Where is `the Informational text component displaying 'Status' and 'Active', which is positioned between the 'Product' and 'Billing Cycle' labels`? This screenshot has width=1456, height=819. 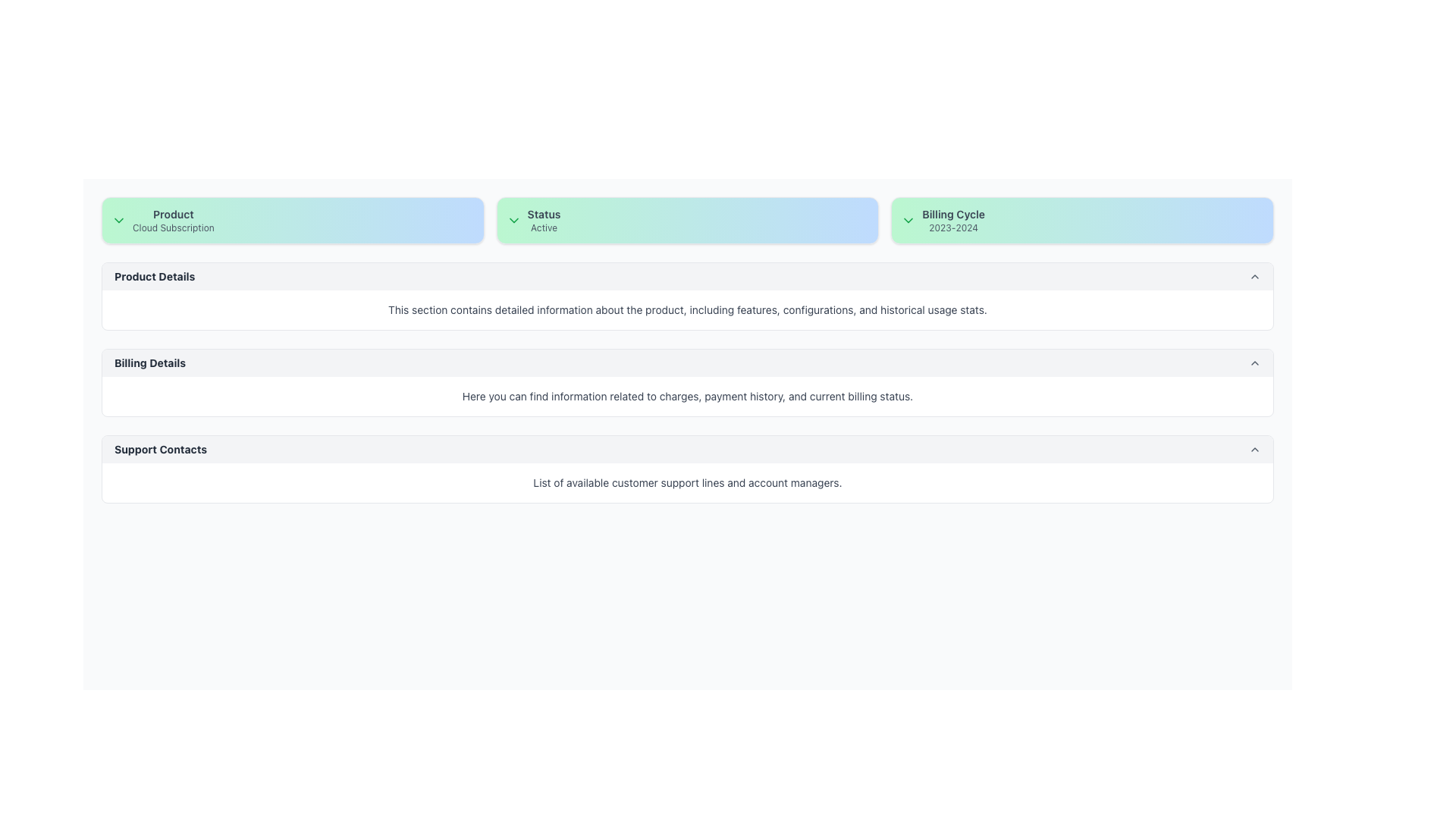
the Informational text component displaying 'Status' and 'Active', which is positioned between the 'Product' and 'Billing Cycle' labels is located at coordinates (544, 220).